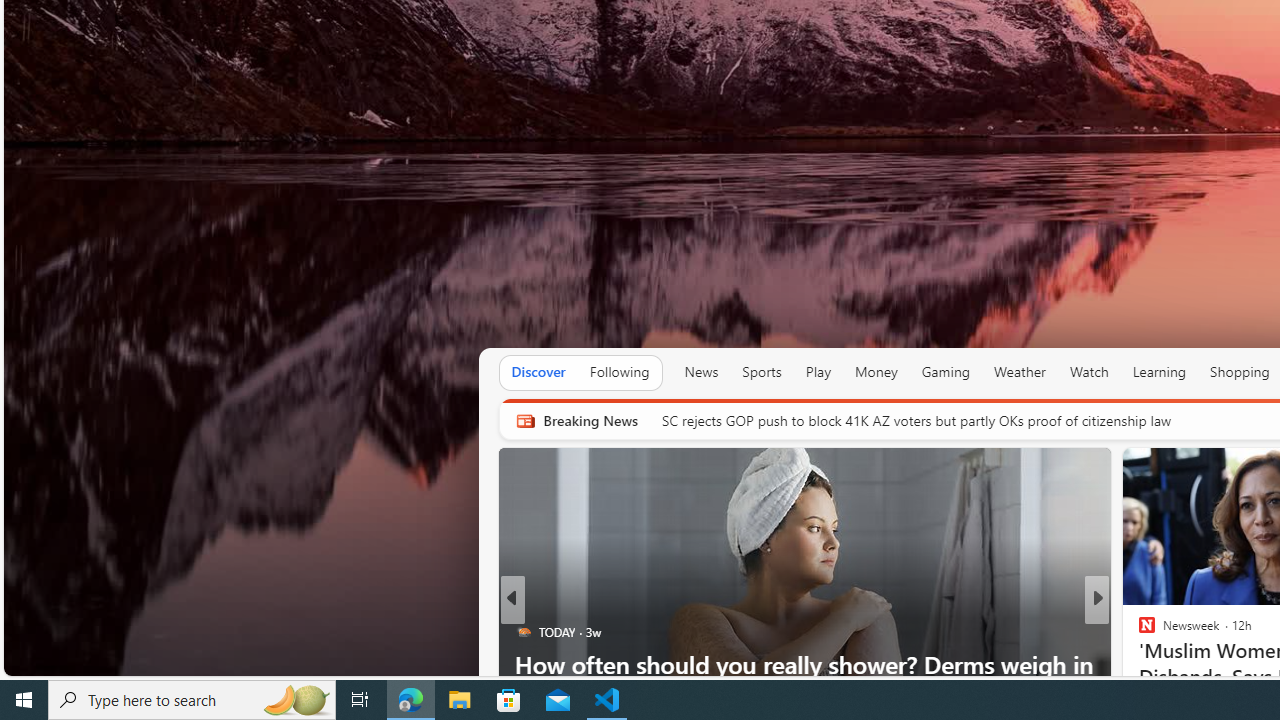  Describe the element at coordinates (944, 372) in the screenshot. I see `'Gaming'` at that location.